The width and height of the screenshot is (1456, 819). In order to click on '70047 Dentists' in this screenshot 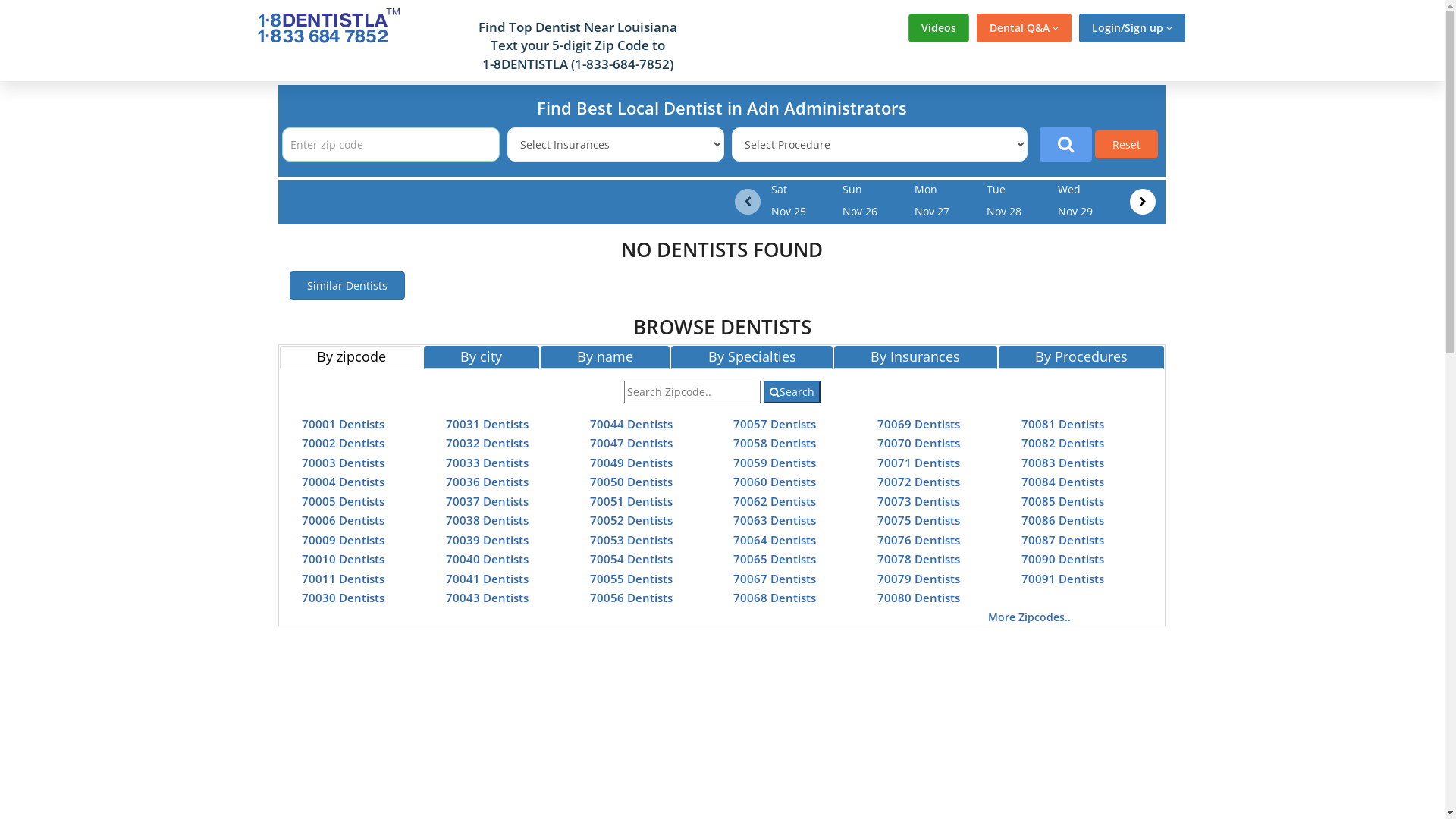, I will do `click(631, 442)`.